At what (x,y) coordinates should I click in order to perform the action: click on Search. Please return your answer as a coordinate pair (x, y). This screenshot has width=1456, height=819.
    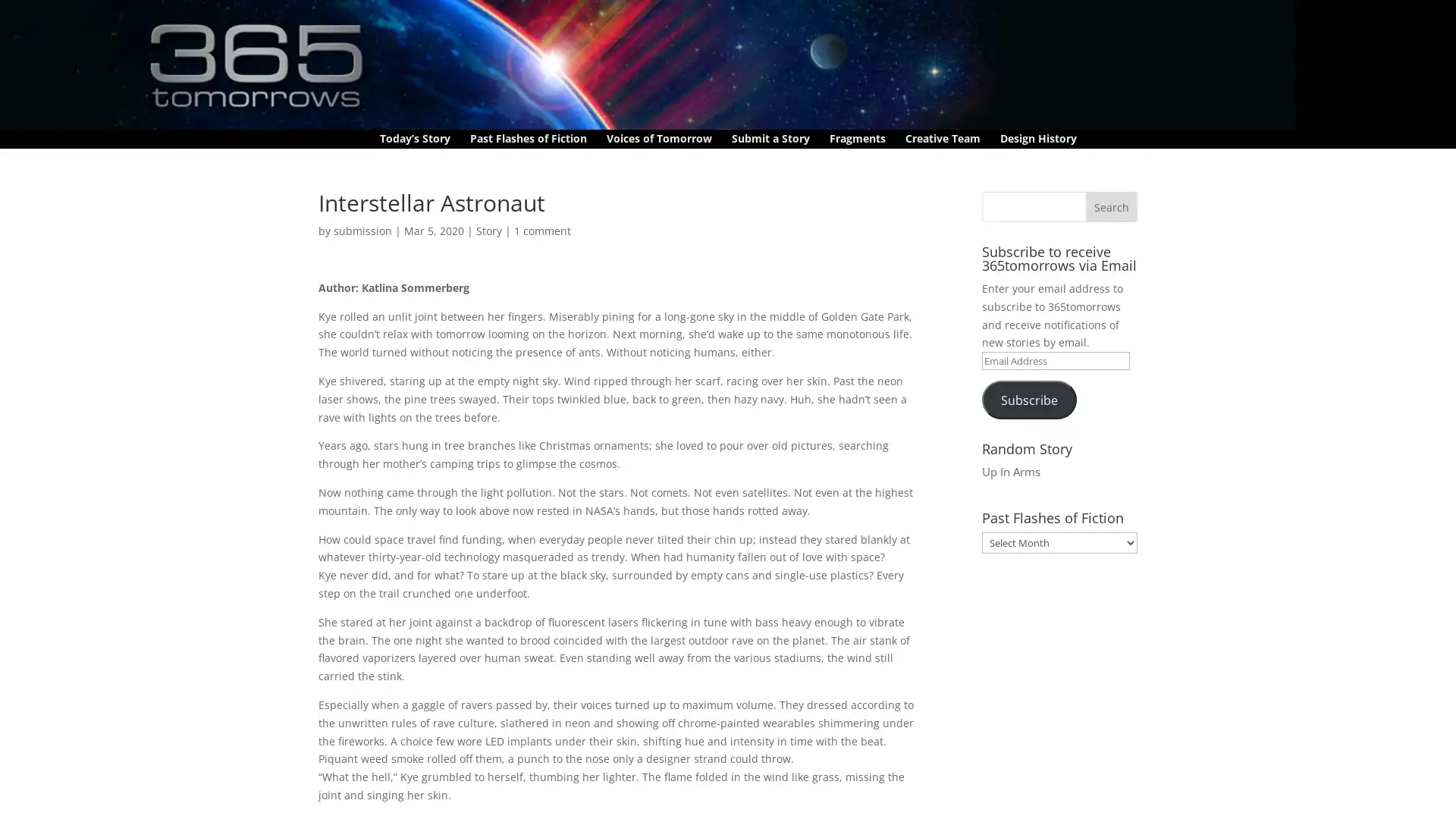
    Looking at the image, I should click on (1111, 207).